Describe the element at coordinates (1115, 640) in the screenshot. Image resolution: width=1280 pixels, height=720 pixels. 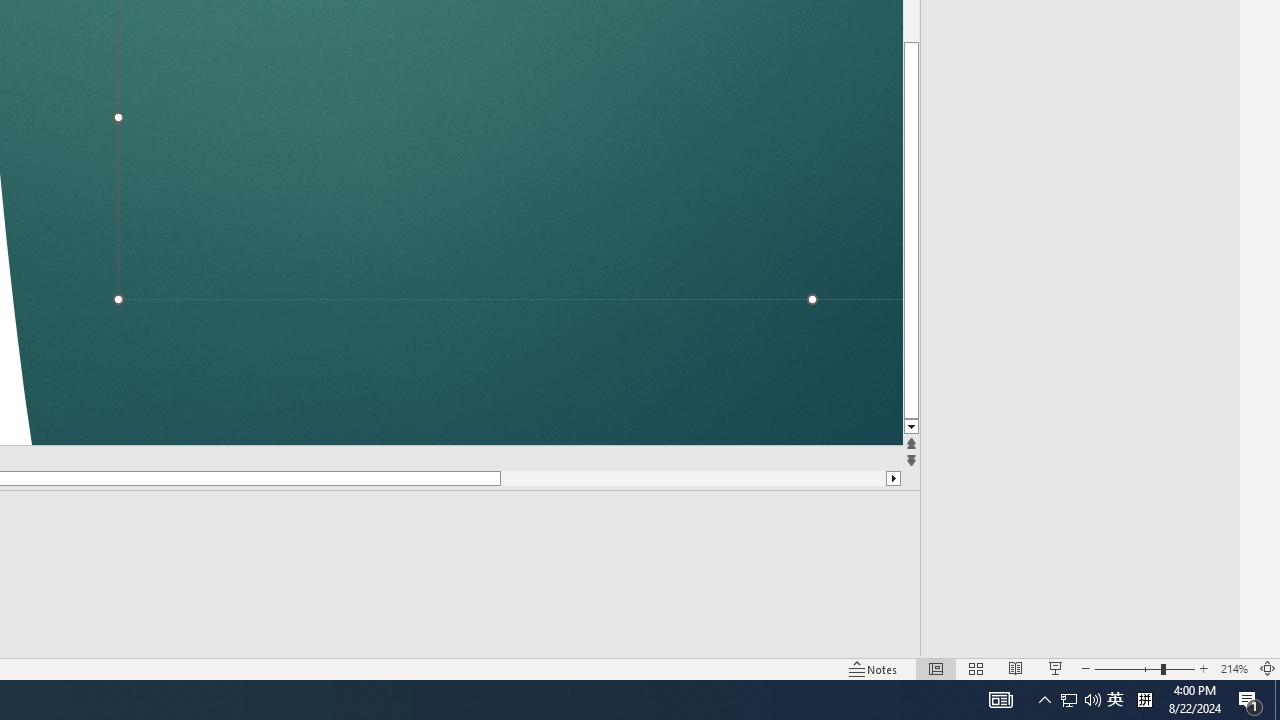
I see `'Zoom'` at that location.